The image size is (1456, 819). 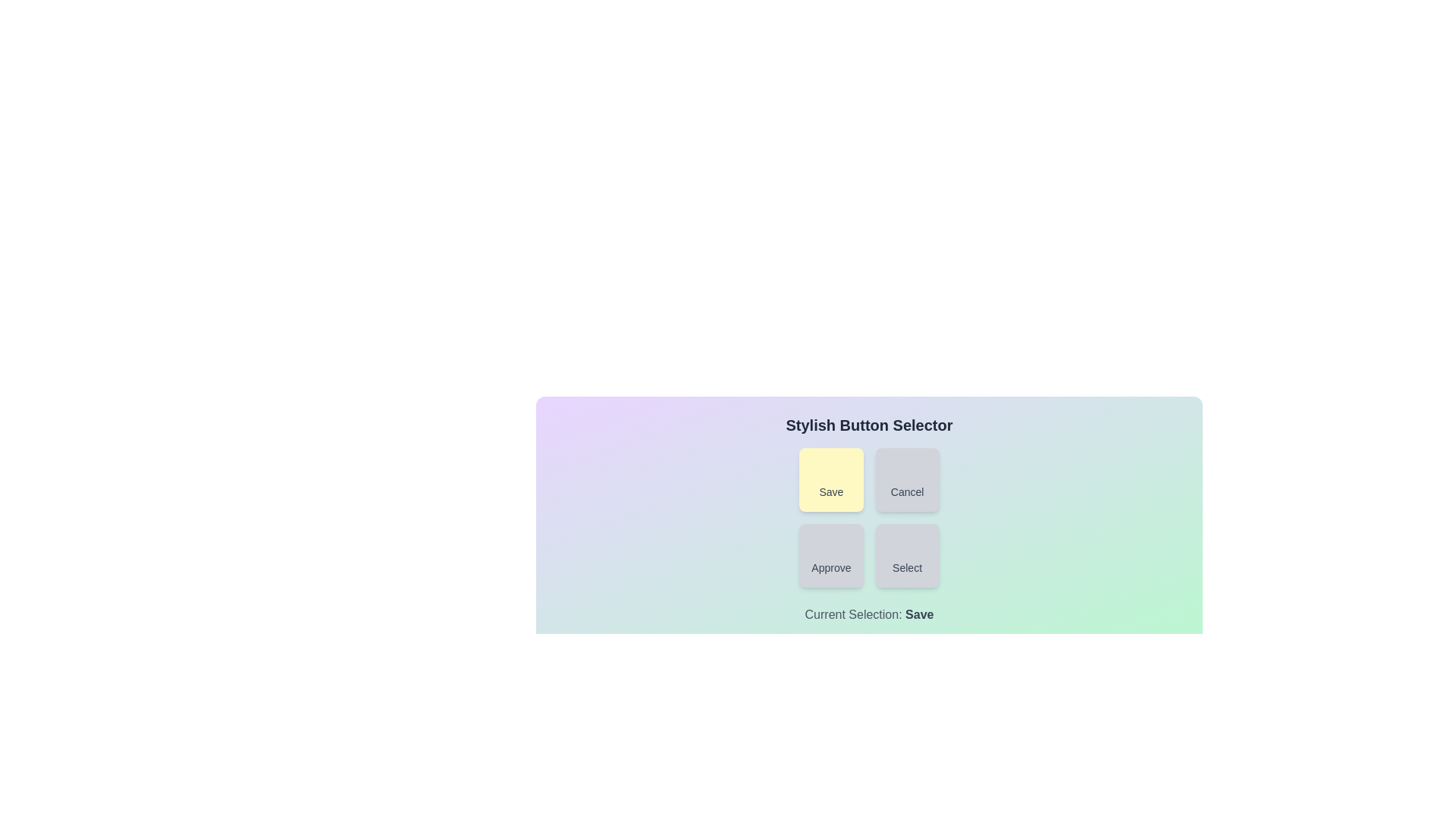 I want to click on the Select button to change the current selection, so click(x=907, y=555).